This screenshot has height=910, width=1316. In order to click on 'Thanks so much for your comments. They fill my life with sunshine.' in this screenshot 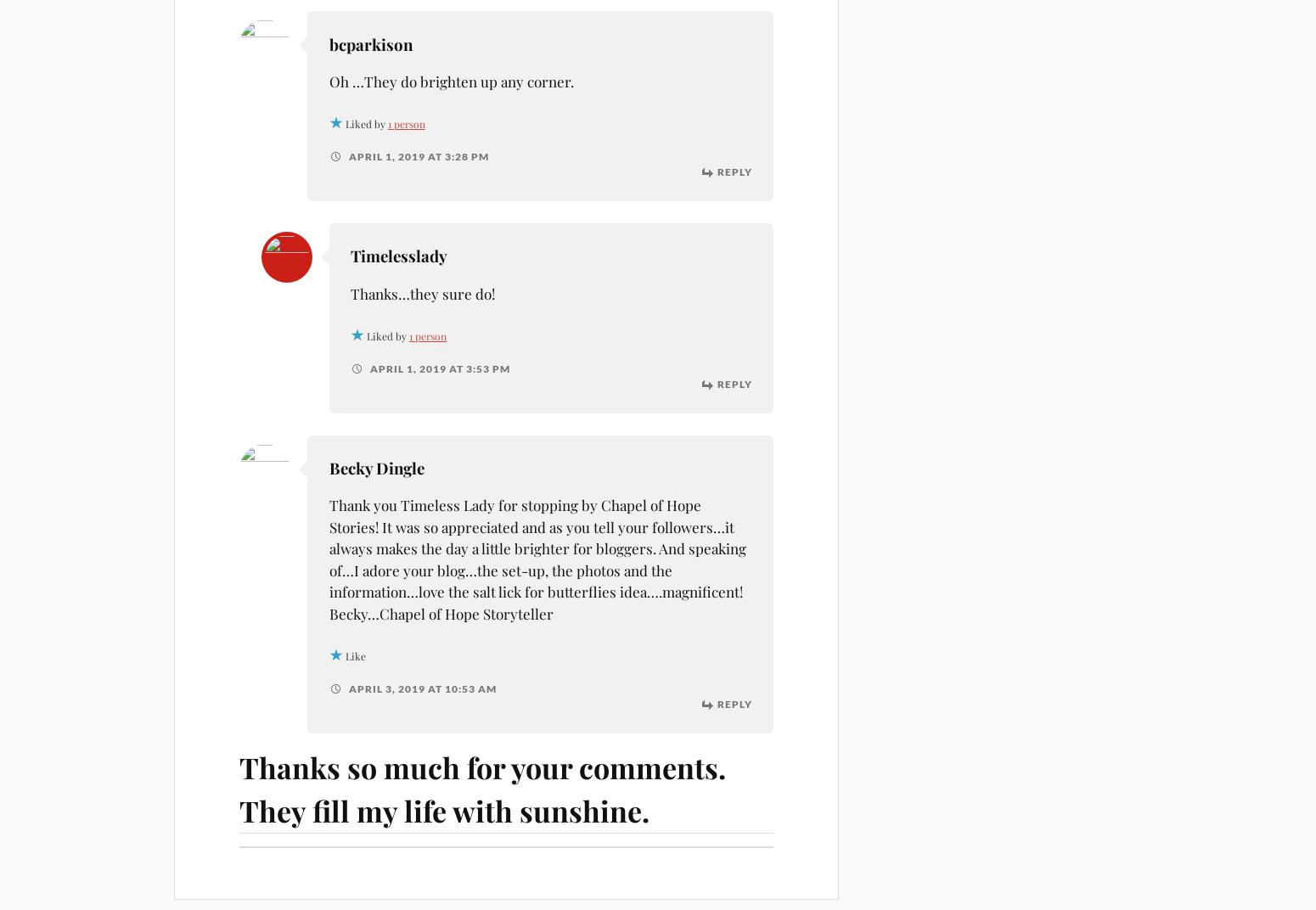, I will do `click(482, 789)`.